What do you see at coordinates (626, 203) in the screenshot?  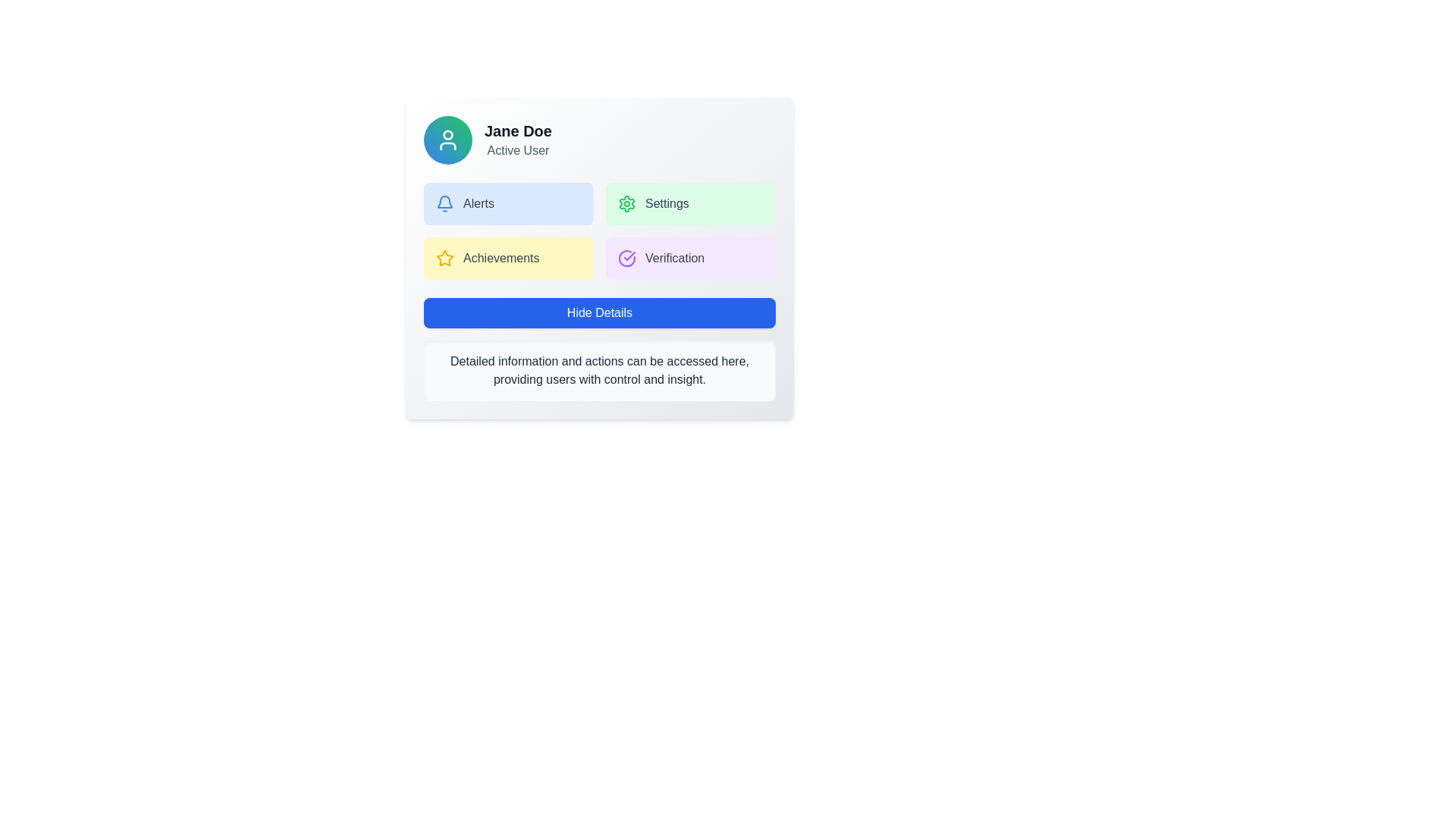 I see `the gear-shaped settings icon with a green outline located in the top-right corner of the 'Settings' section in the second row of options` at bounding box center [626, 203].